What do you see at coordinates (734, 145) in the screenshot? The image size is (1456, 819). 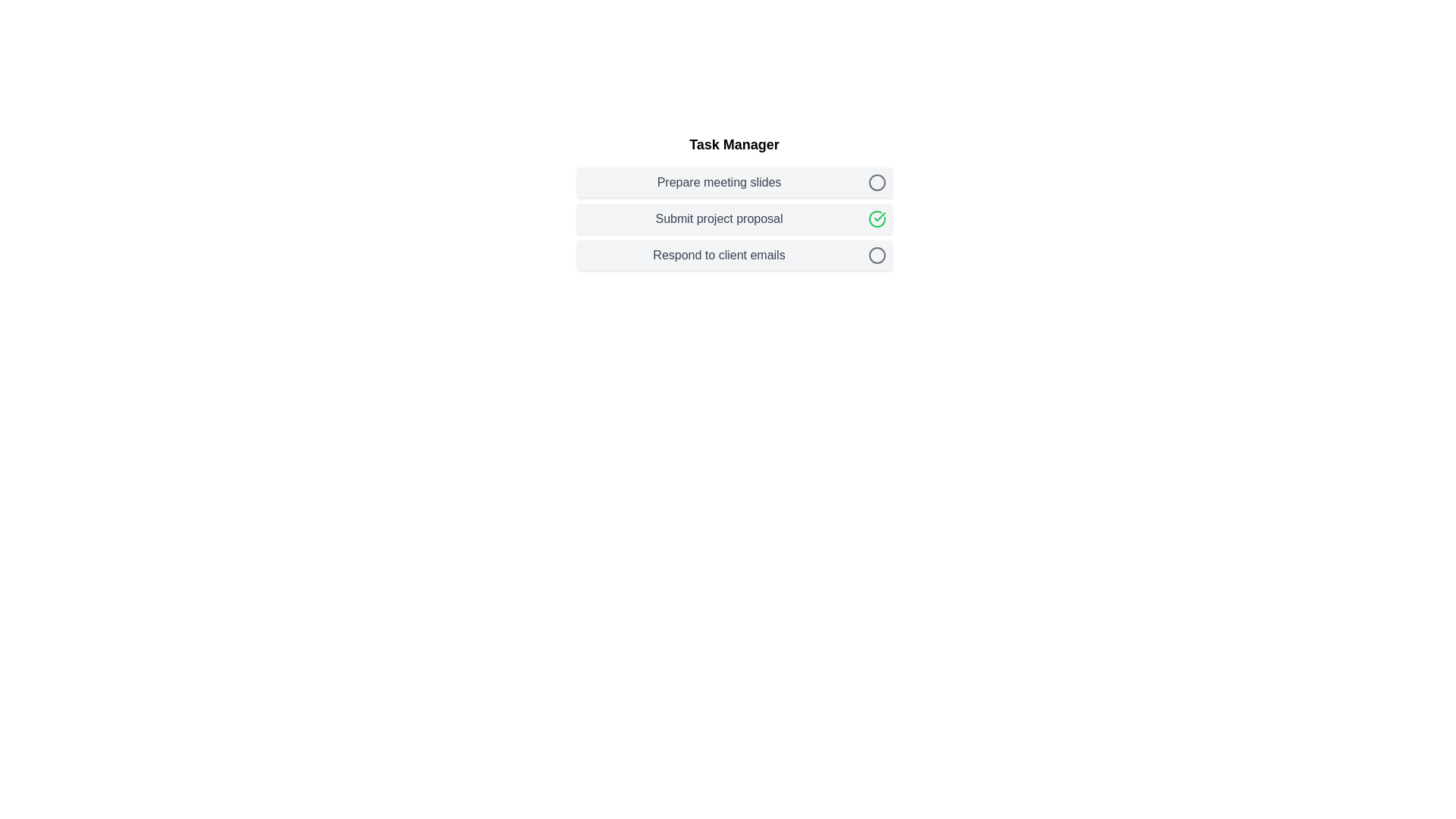 I see `the bold text heading labeled 'Task Manager' which is positioned at the top of the task list interface` at bounding box center [734, 145].